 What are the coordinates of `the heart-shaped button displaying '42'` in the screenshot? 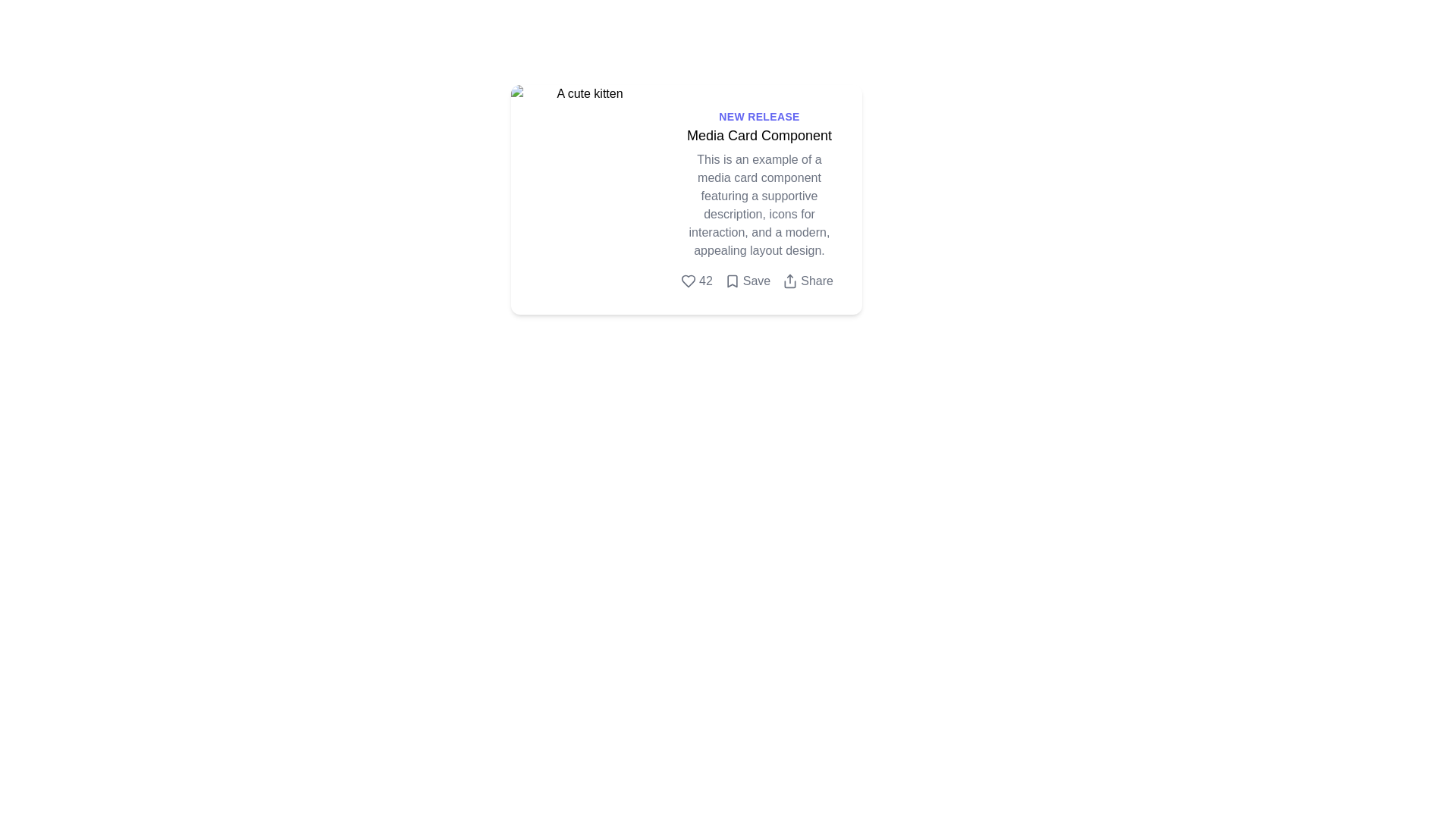 It's located at (695, 281).